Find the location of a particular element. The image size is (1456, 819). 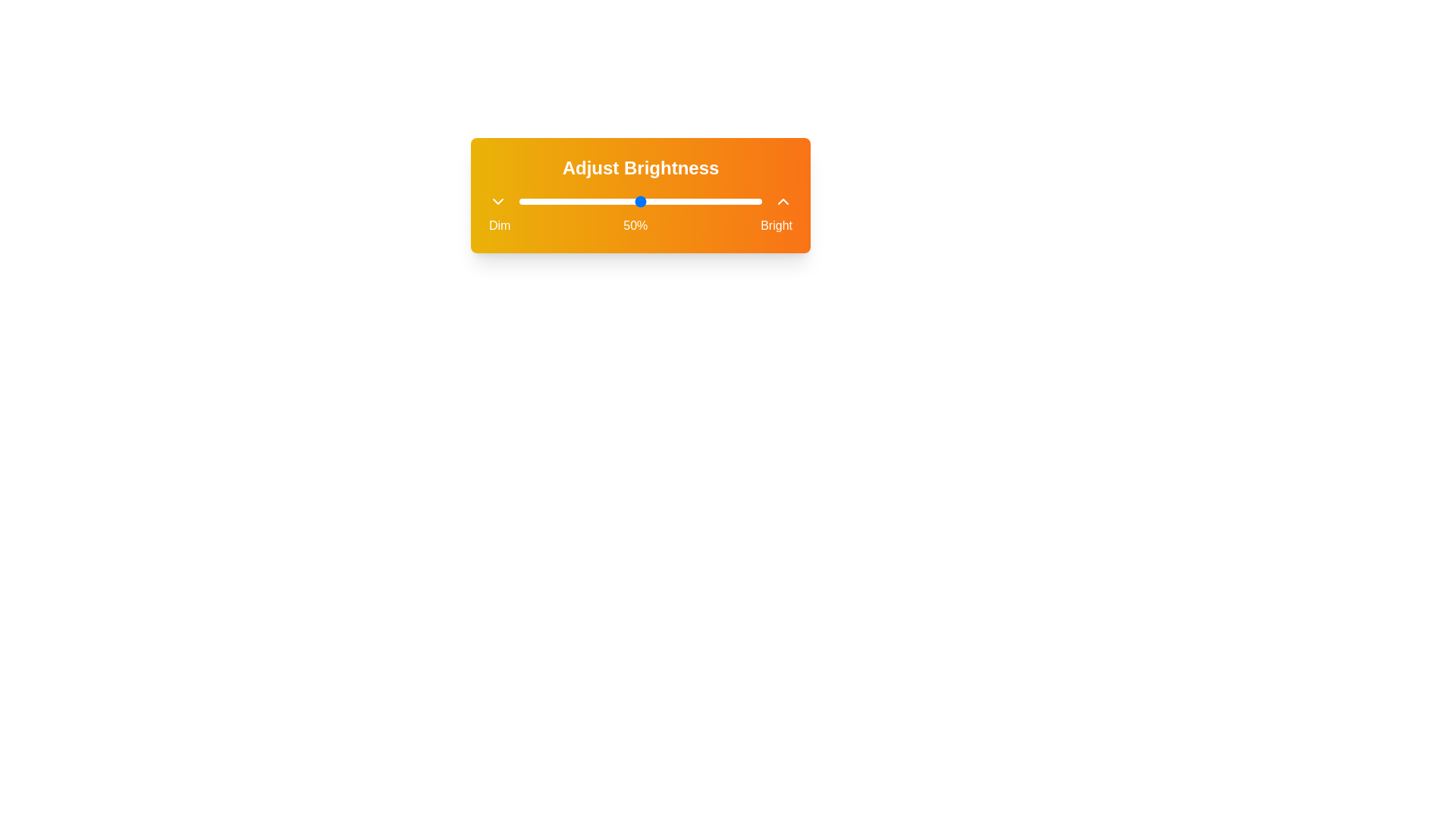

brightness is located at coordinates (745, 201).